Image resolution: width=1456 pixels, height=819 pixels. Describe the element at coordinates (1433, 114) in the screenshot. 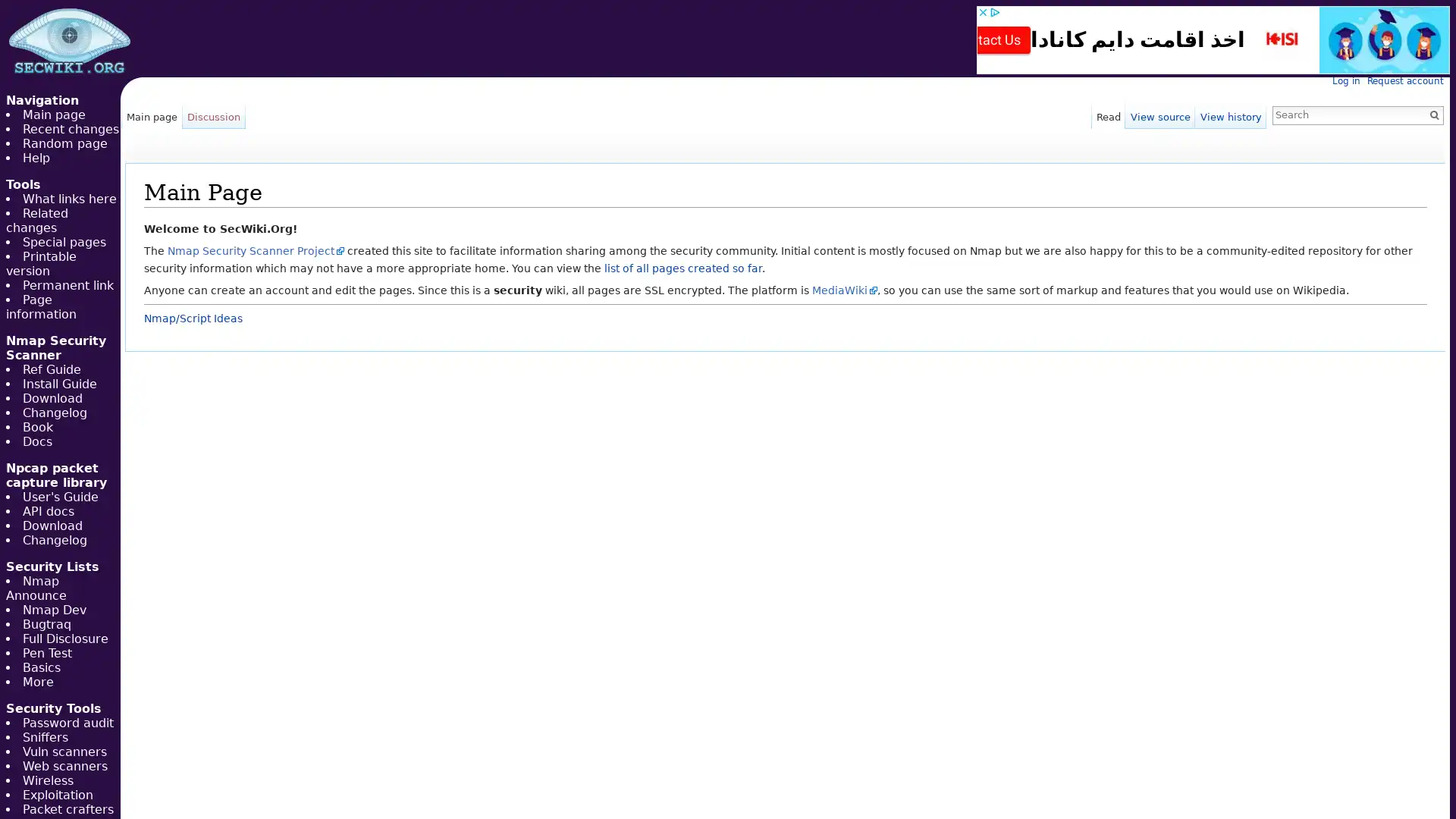

I see `Go` at that location.